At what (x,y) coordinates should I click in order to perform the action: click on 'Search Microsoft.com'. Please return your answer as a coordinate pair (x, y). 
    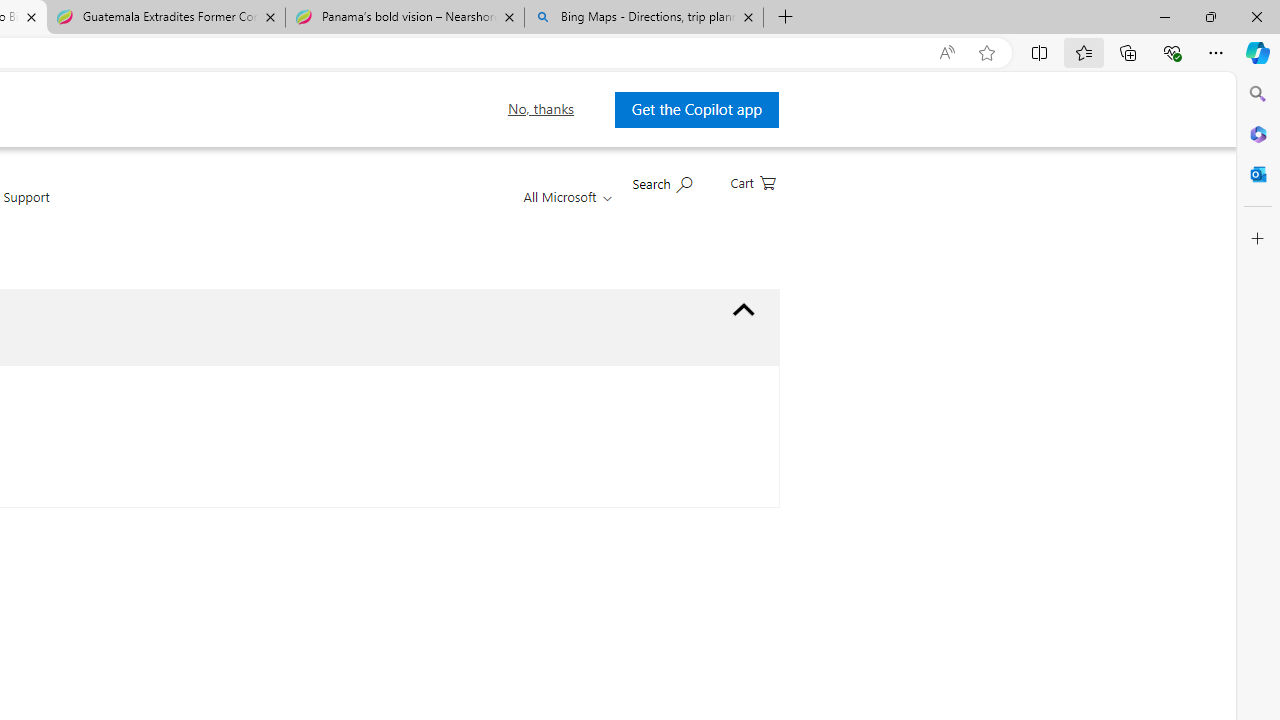
    Looking at the image, I should click on (662, 182).